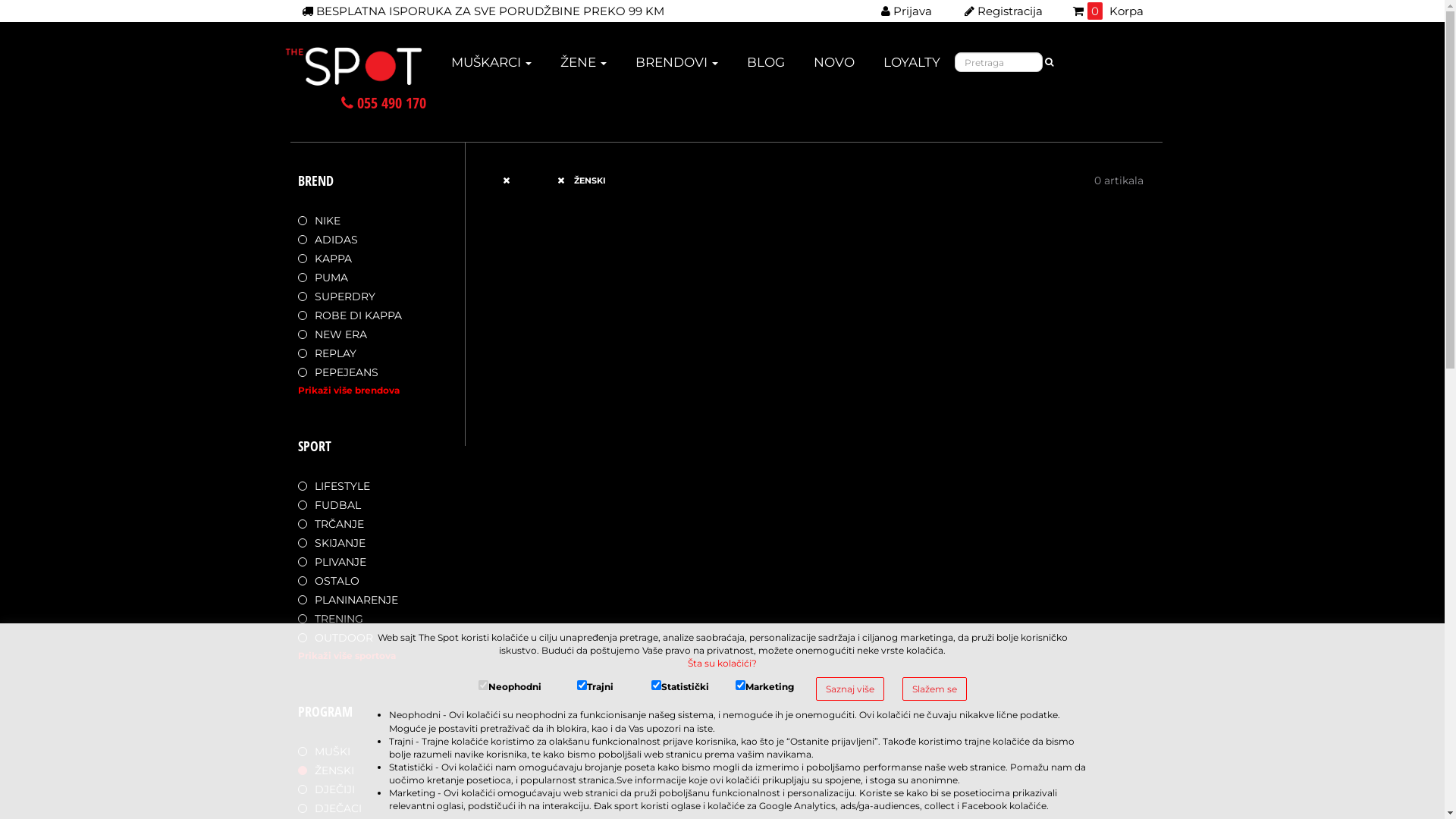  I want to click on 'Prijava', so click(906, 11).